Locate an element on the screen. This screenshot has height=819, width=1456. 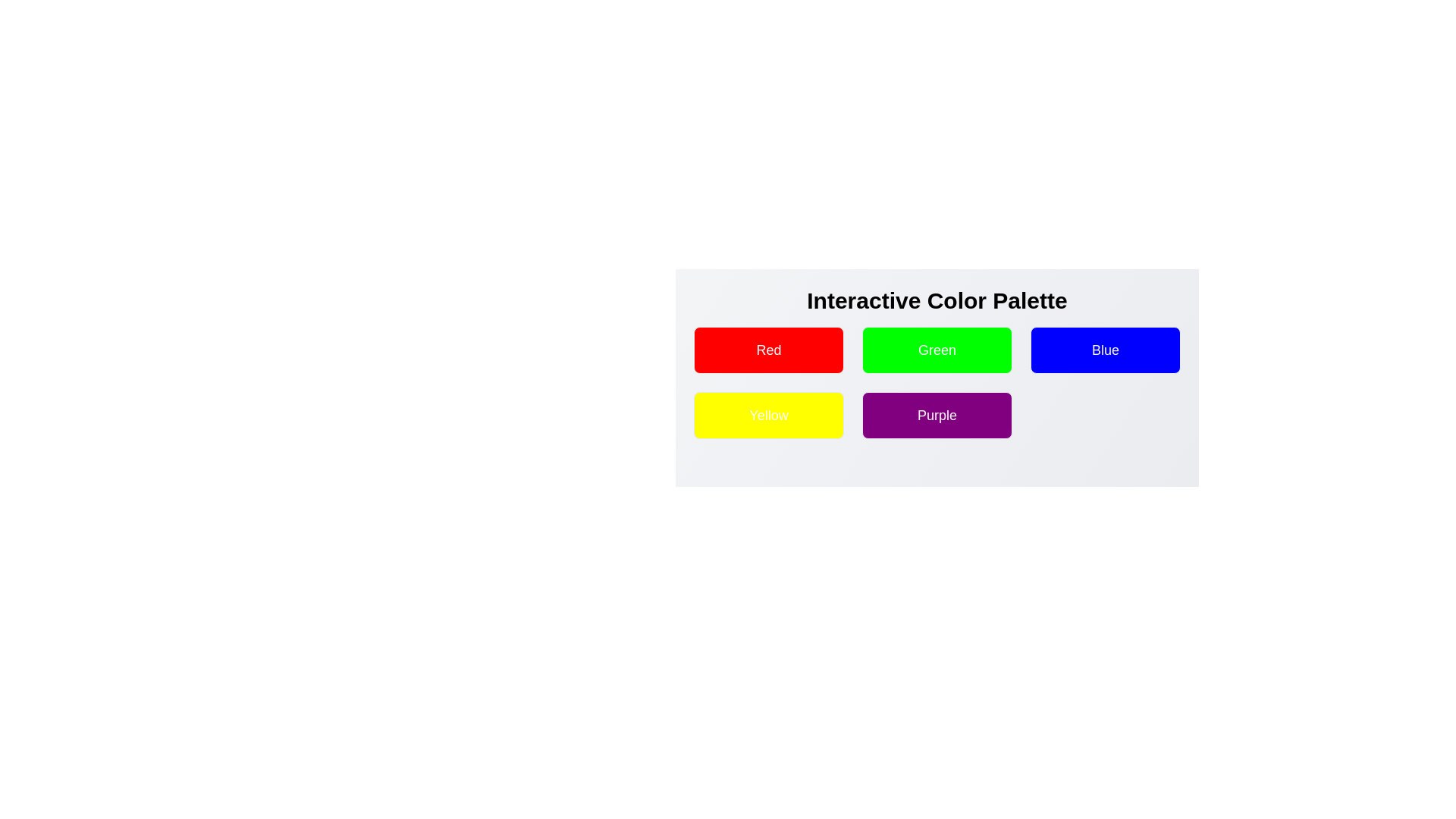
the green button labeled 'Green' which is centered in a grid layout, positioned between a red button and a blue button is located at coordinates (937, 350).